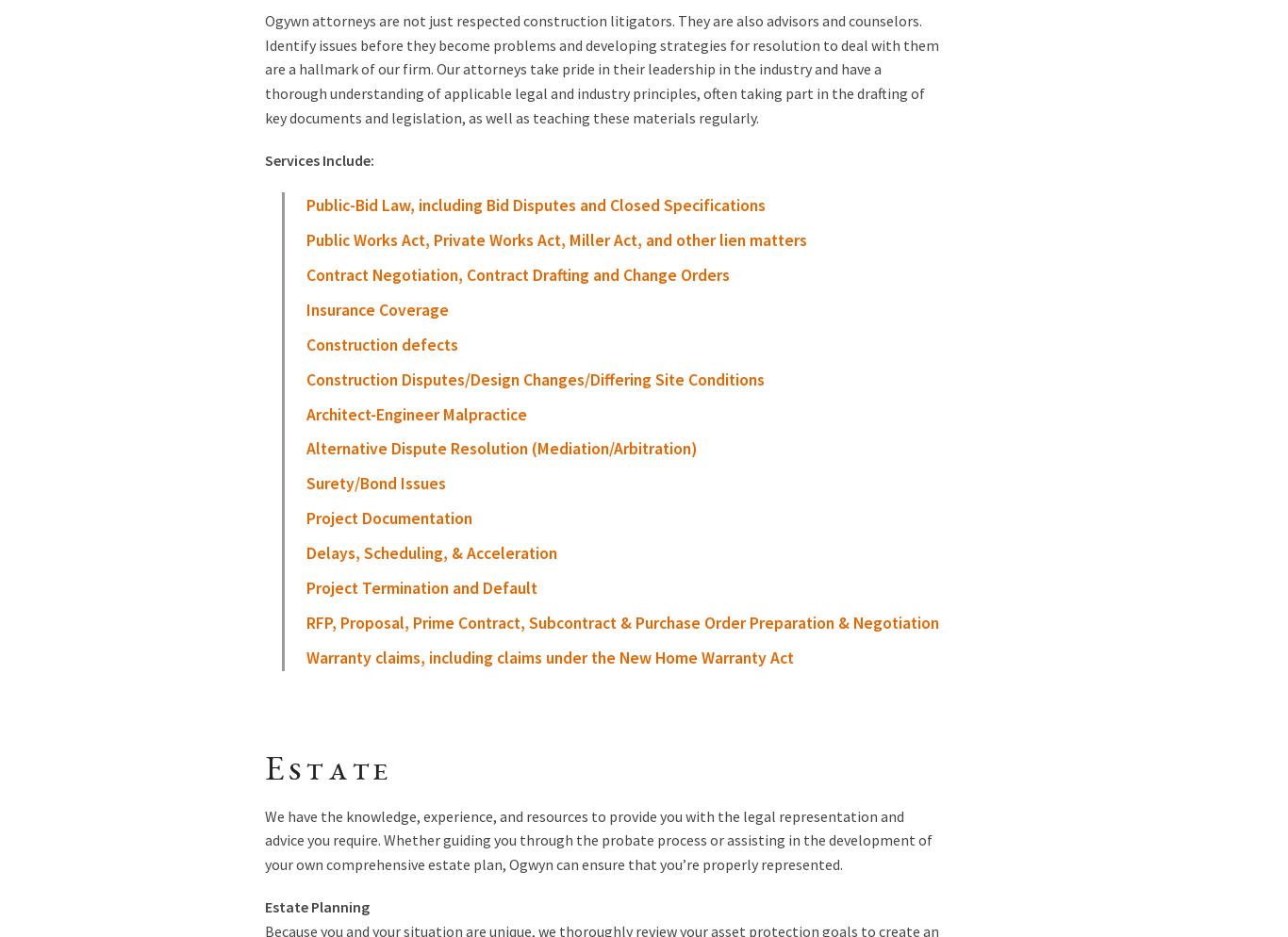 The height and width of the screenshot is (937, 1288). What do you see at coordinates (317, 905) in the screenshot?
I see `'Estate Planning'` at bounding box center [317, 905].